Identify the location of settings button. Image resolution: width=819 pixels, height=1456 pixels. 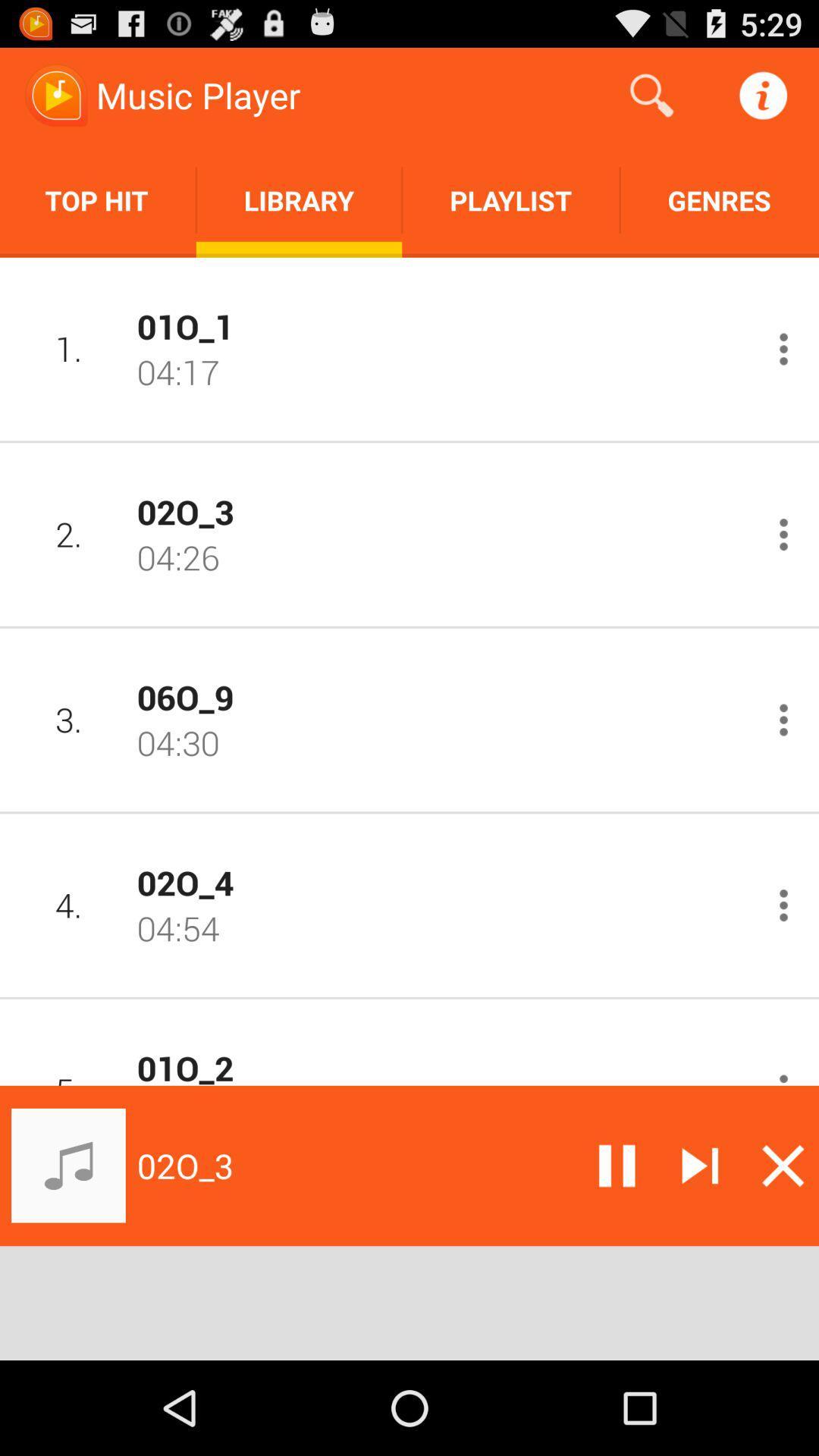
(783, 1075).